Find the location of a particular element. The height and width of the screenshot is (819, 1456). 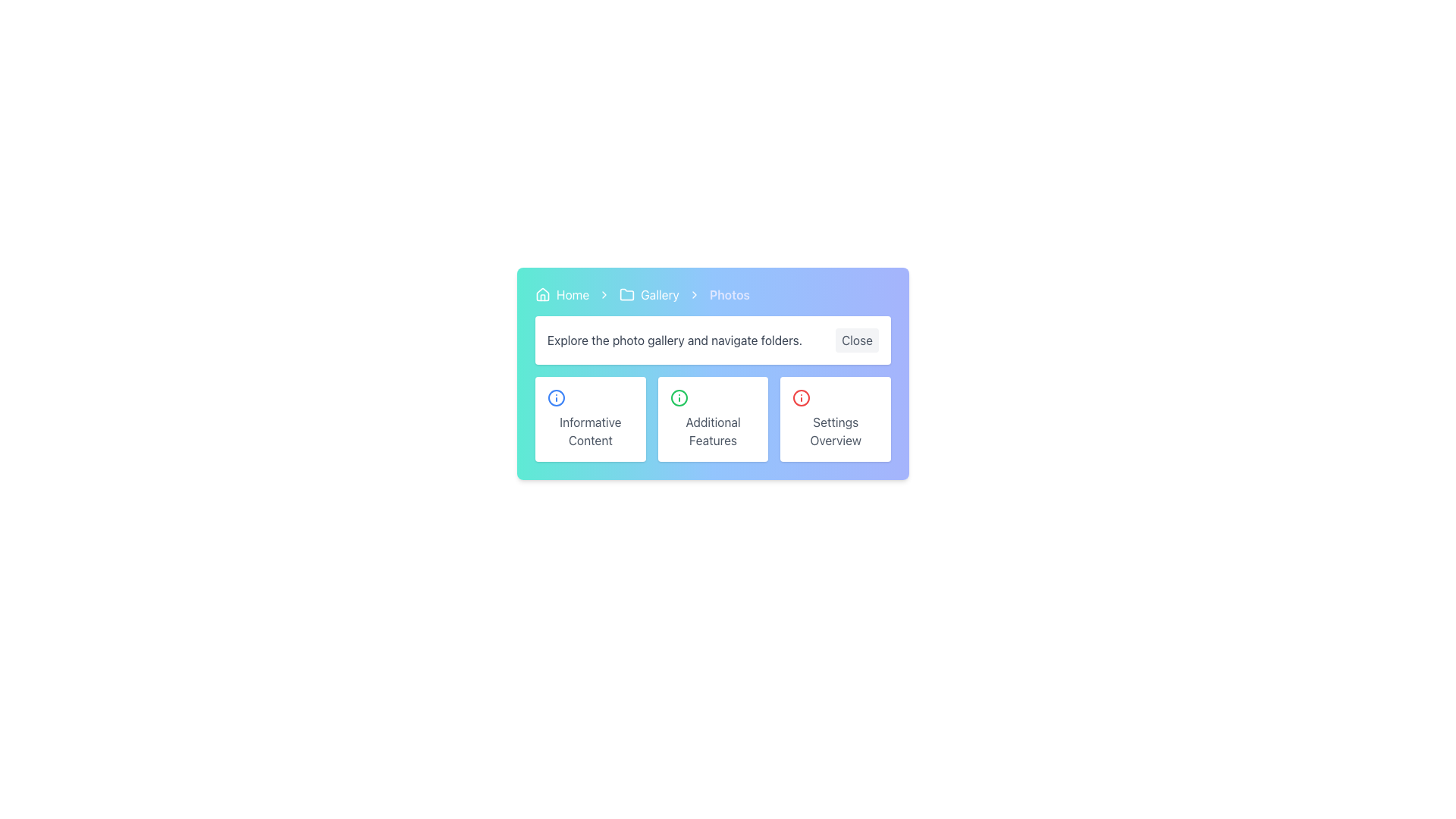

the informational or warning icon located at the top-left corner of the 'Settings Overview' section is located at coordinates (801, 397).